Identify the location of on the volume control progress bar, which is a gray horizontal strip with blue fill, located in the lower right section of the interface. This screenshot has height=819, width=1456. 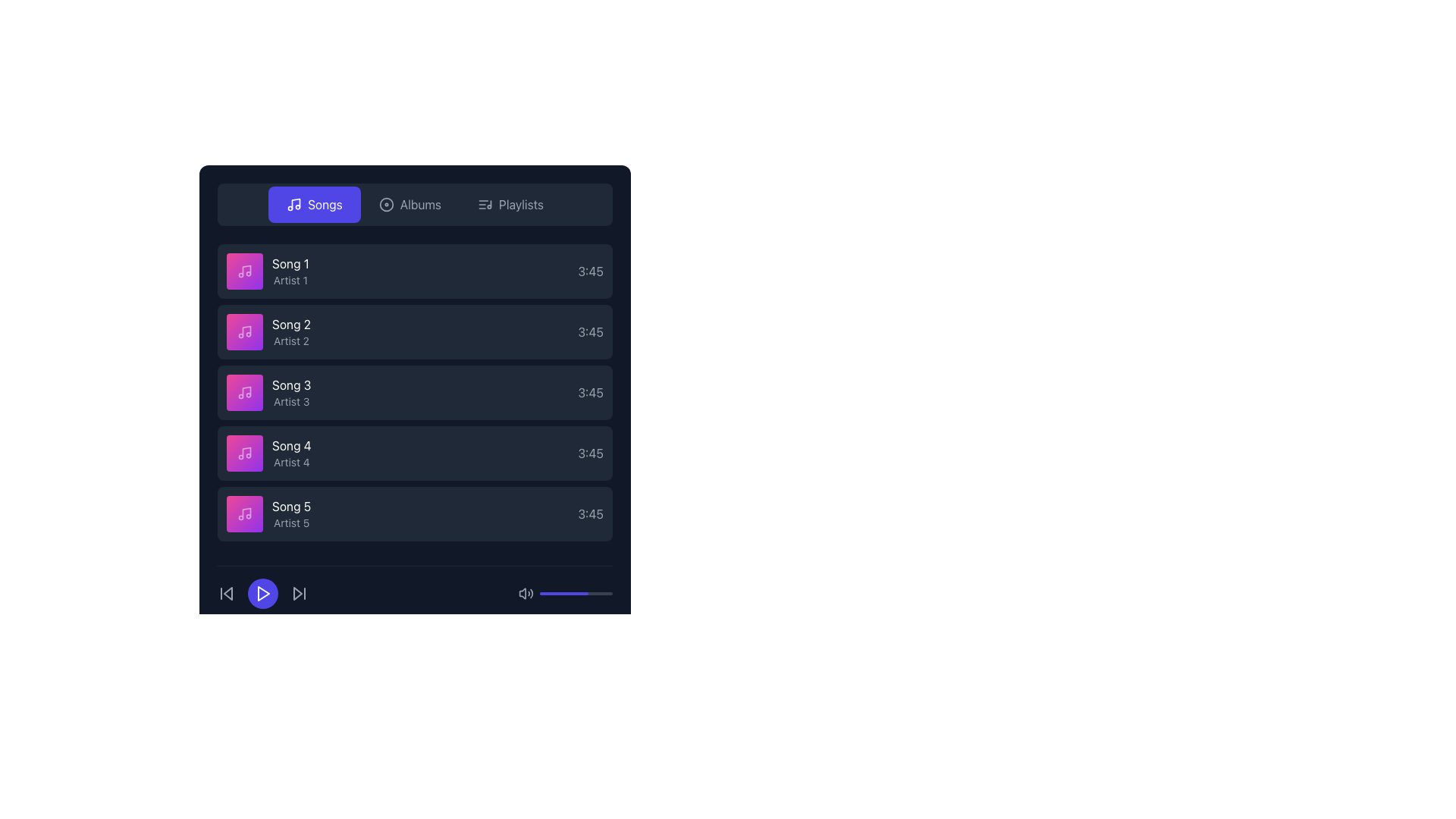
(575, 593).